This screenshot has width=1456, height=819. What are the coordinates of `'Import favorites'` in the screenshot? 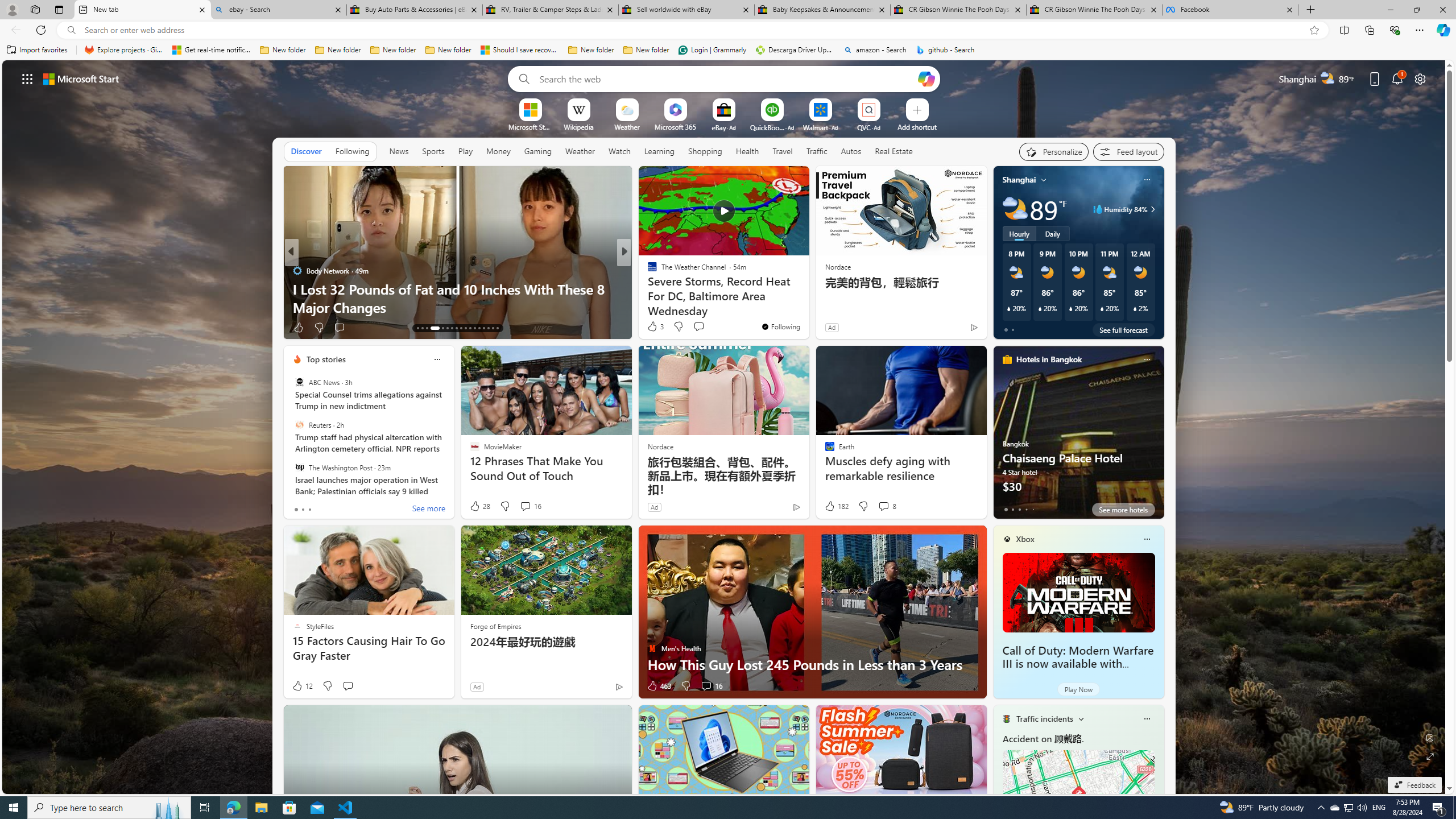 It's located at (37, 49).